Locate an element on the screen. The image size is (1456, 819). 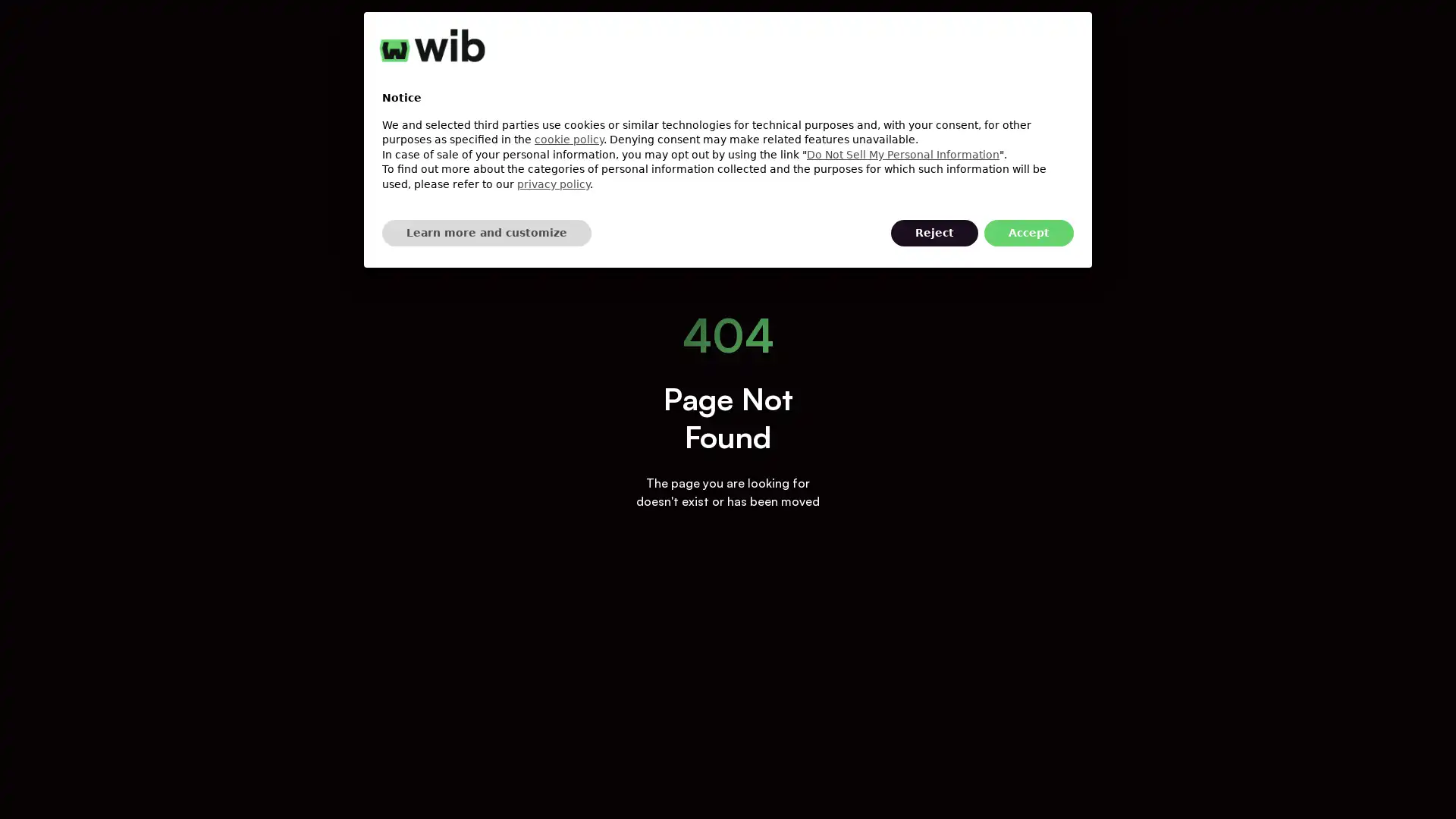
Reject is located at coordinates (934, 233).